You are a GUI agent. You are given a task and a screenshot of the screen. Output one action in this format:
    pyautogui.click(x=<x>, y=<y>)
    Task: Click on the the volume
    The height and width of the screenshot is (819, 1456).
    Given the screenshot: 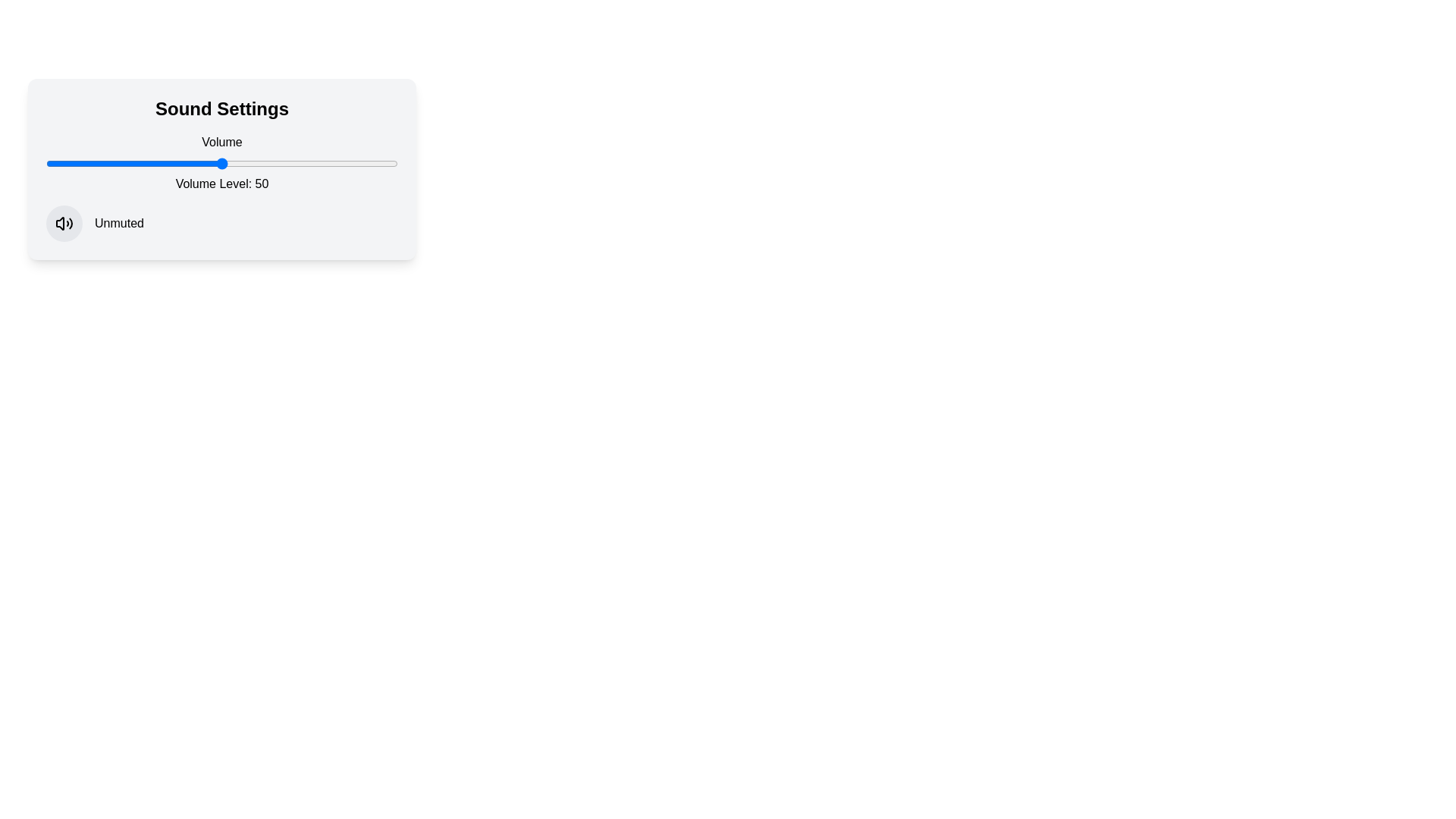 What is the action you would take?
    pyautogui.click(x=211, y=164)
    